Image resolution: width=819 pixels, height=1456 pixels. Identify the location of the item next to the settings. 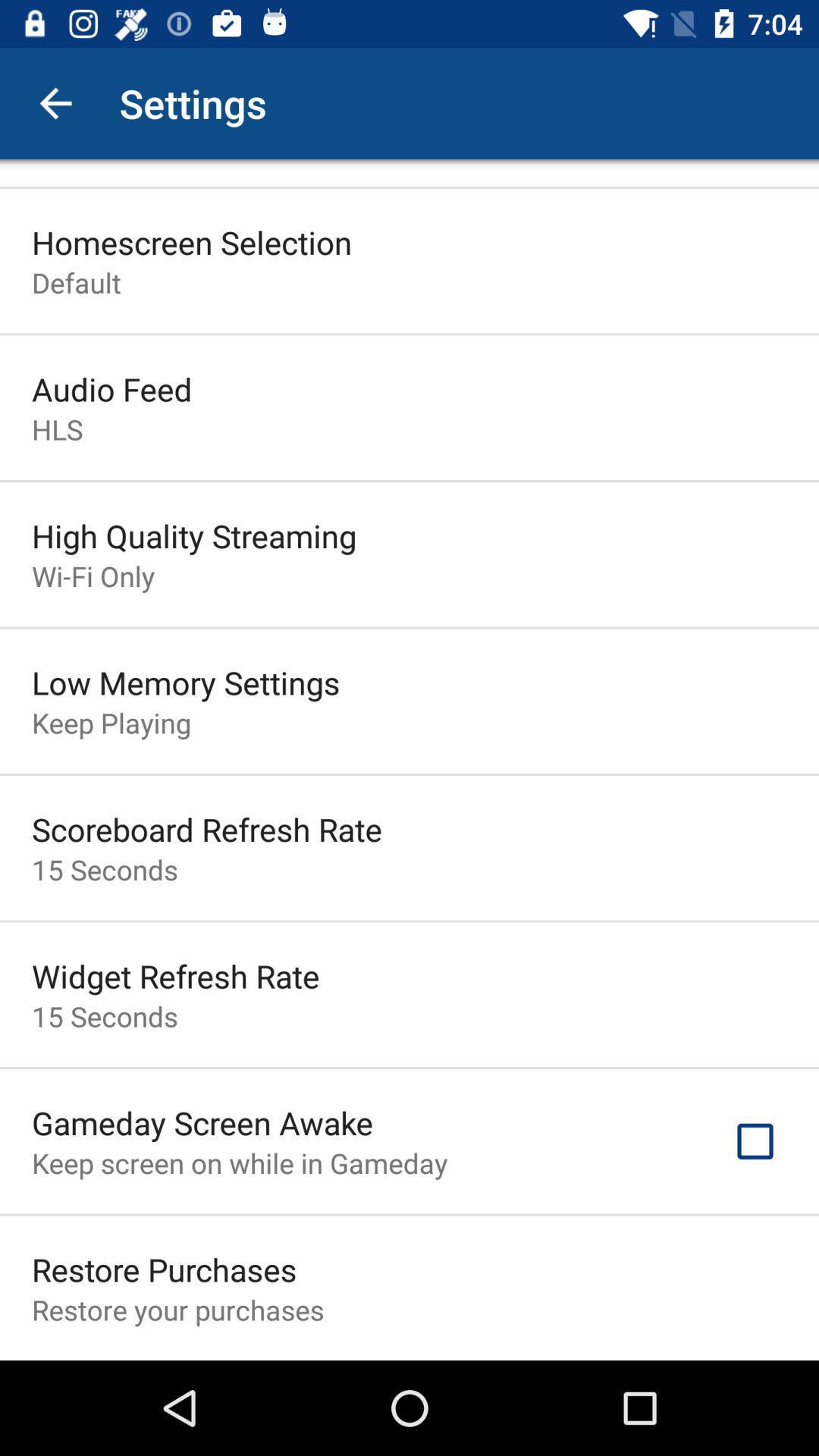
(55, 102).